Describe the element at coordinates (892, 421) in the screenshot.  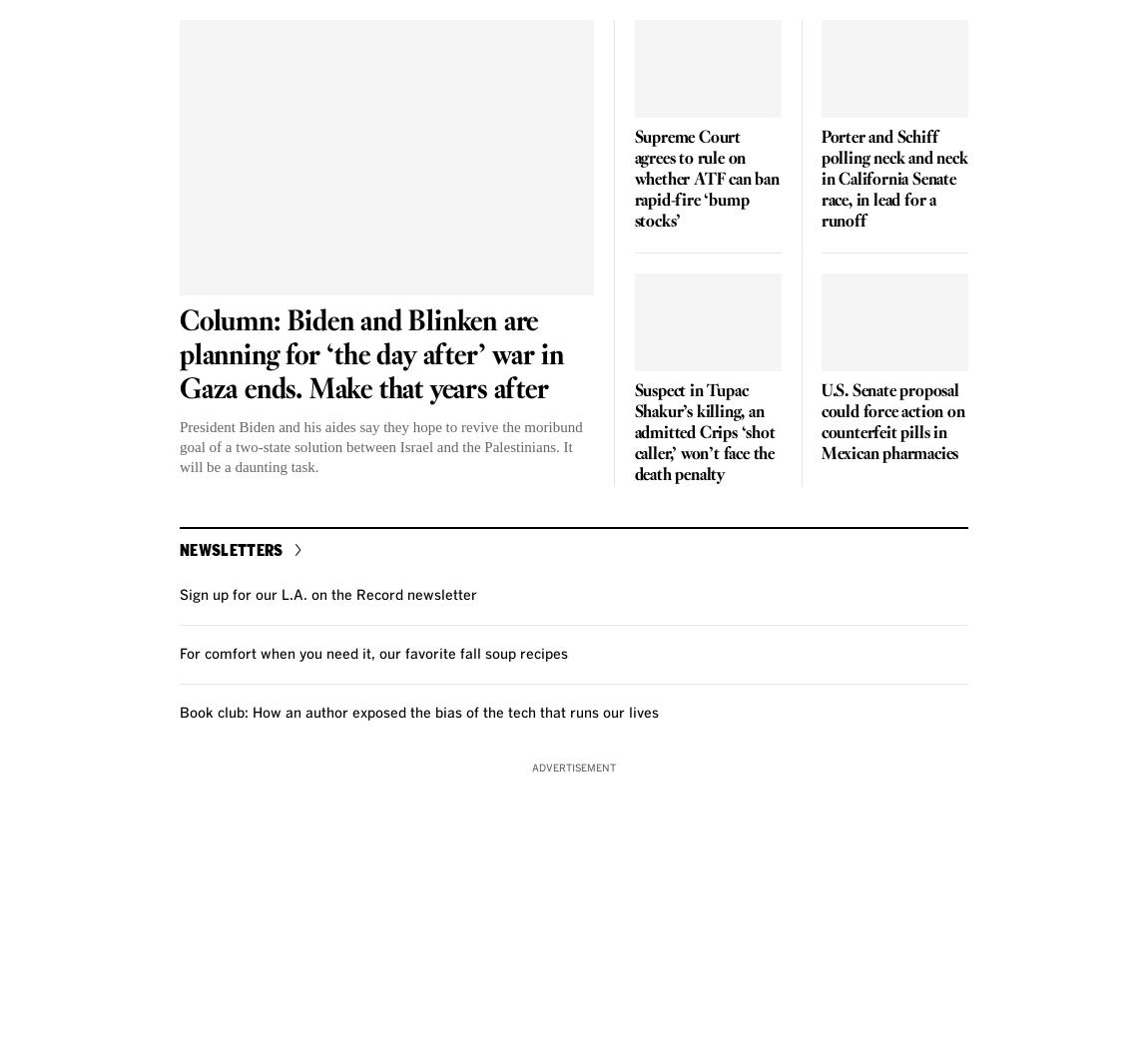
I see `'U.S. Senate proposal could force action on counterfeit pills in Mexican pharmacies'` at that location.